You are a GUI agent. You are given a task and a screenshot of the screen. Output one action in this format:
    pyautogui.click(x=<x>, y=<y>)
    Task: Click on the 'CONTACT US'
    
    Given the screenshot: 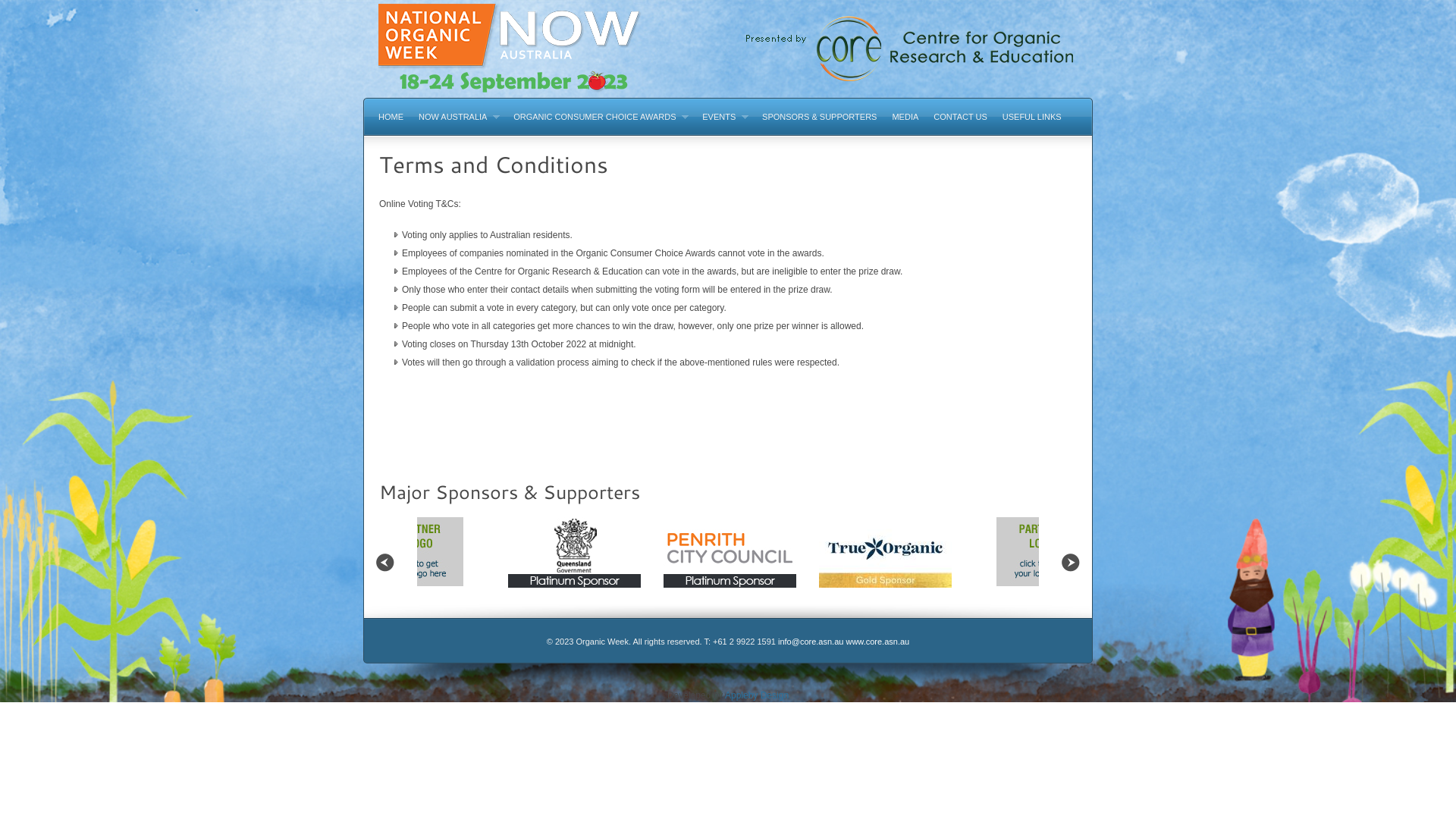 What is the action you would take?
    pyautogui.click(x=959, y=115)
    